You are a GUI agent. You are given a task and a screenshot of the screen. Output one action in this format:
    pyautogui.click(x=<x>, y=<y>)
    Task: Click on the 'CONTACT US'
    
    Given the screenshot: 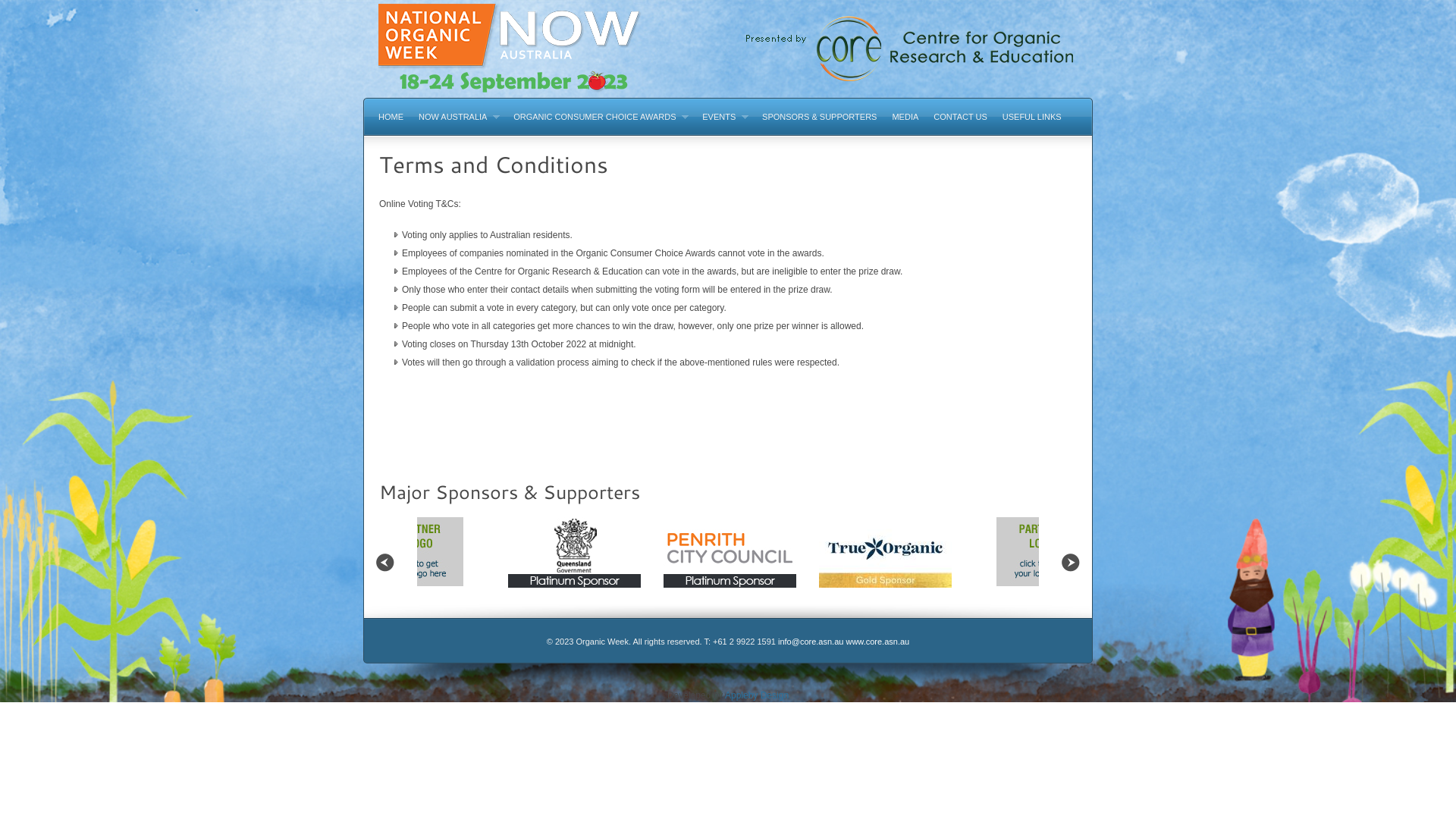 What is the action you would take?
    pyautogui.click(x=959, y=115)
    